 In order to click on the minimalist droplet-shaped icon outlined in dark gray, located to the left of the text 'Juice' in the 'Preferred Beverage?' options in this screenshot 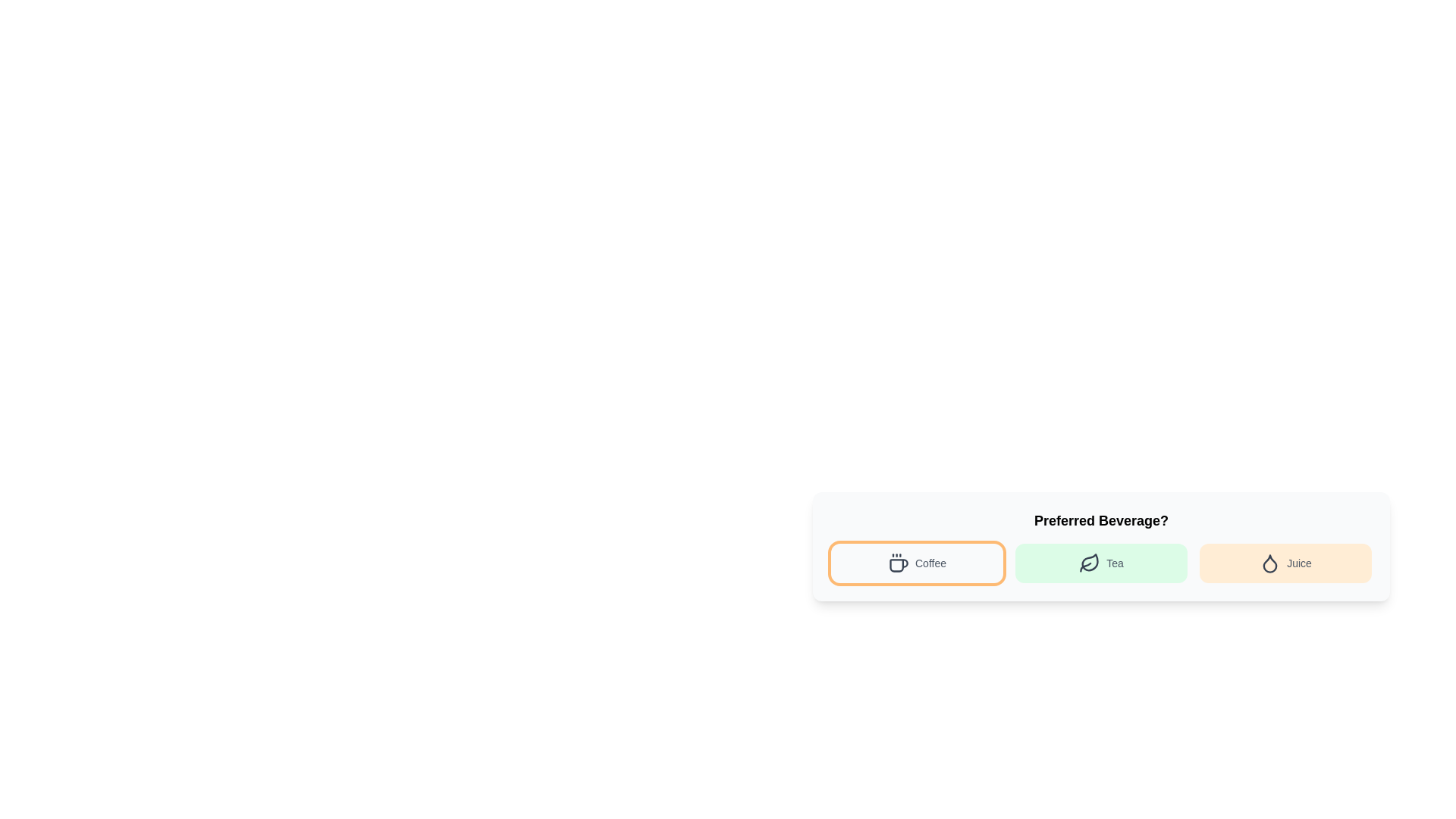, I will do `click(1270, 563)`.